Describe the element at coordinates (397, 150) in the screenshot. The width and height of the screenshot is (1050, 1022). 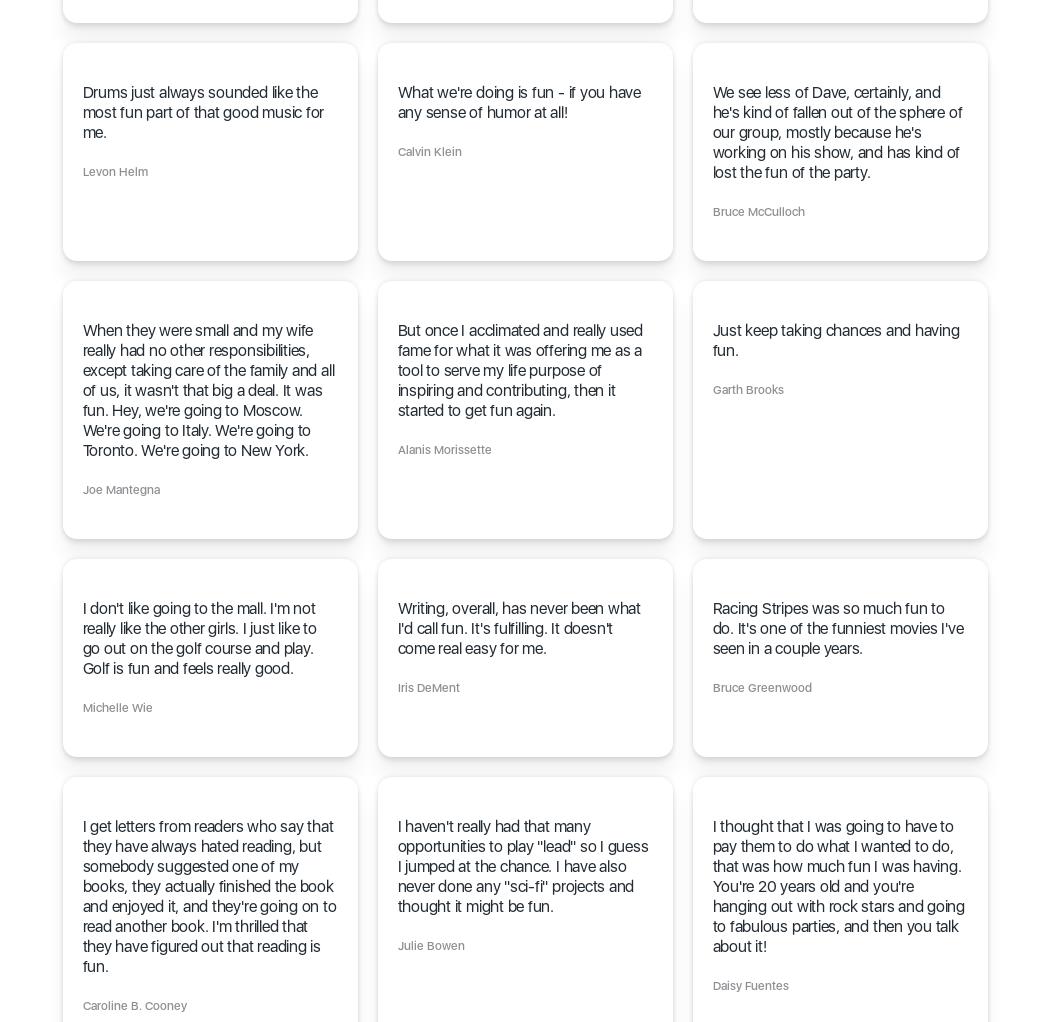
I see `'Calvin Klein'` at that location.